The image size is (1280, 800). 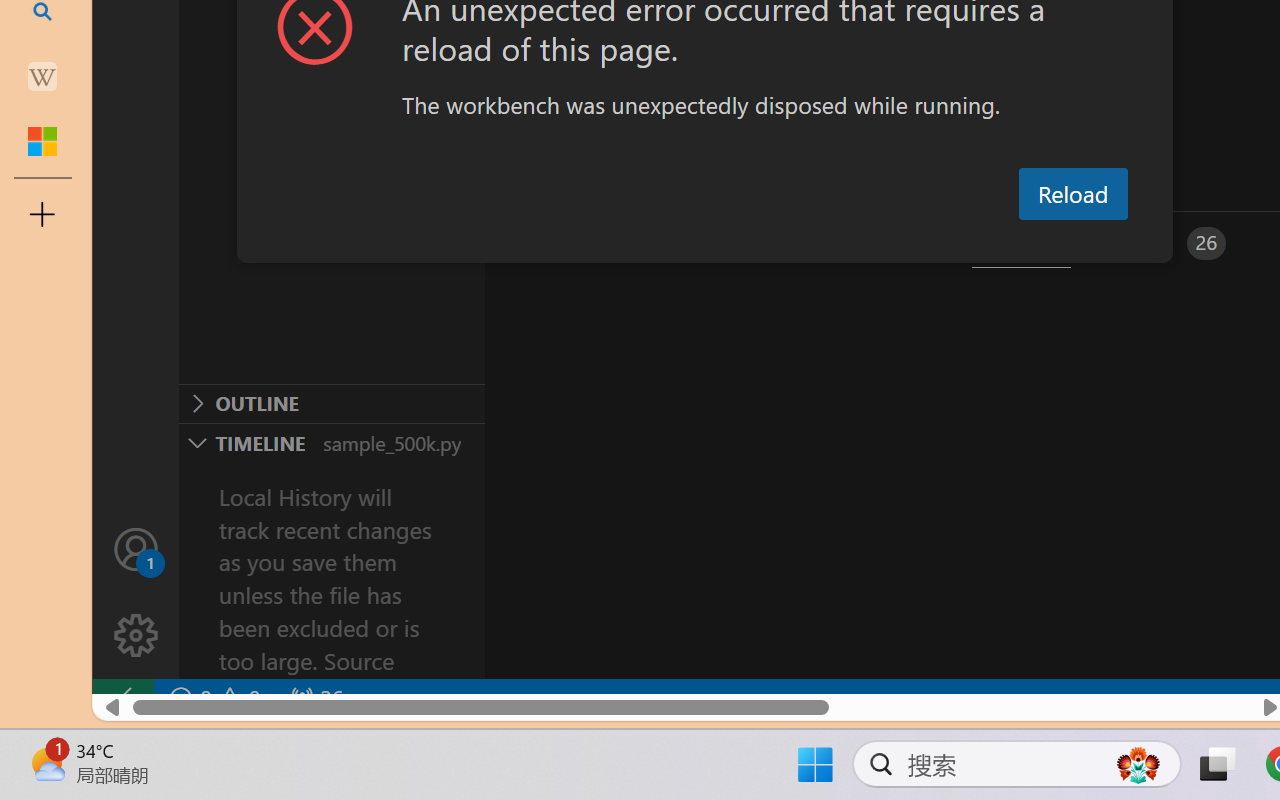 What do you see at coordinates (1165, 242) in the screenshot?
I see `'Ports - 26 forwarded ports'` at bounding box center [1165, 242].